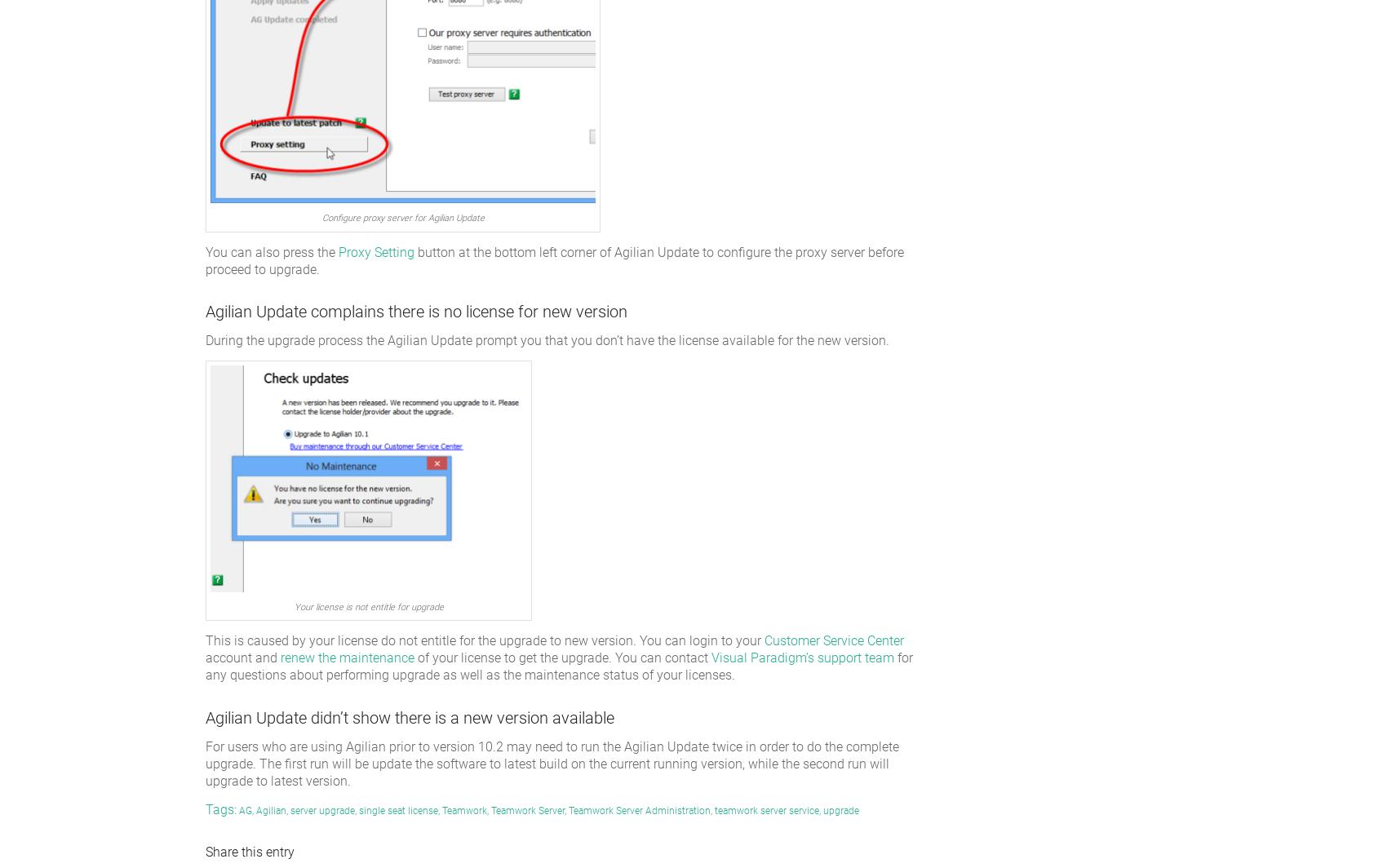 The height and width of the screenshot is (868, 1374). What do you see at coordinates (401, 218) in the screenshot?
I see `'Configure proxy server for Agilian Update'` at bounding box center [401, 218].